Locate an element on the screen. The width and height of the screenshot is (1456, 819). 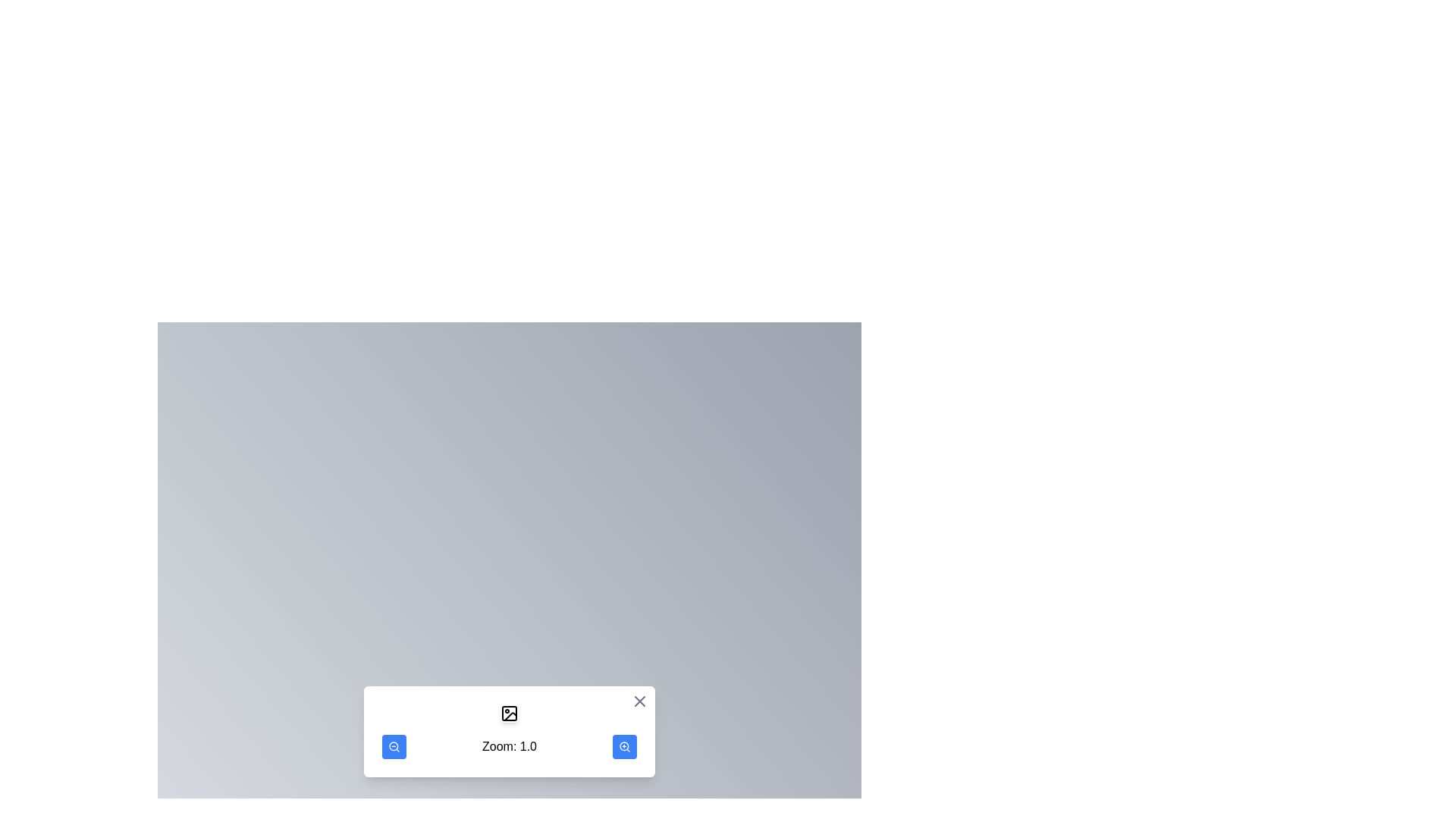
the preview image icon with rounded edges located centrally within the modal dialog box is located at coordinates (510, 714).